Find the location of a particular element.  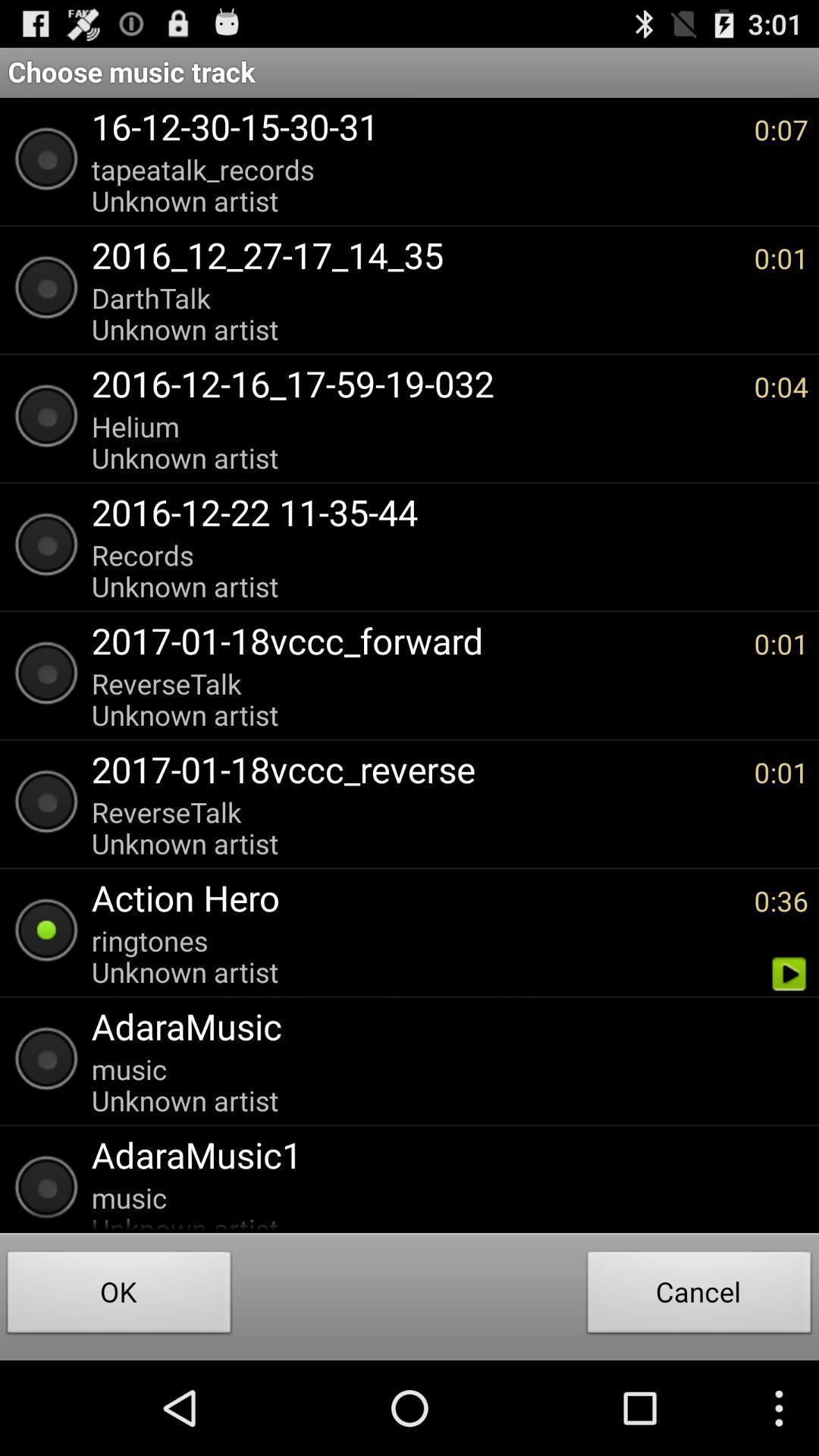

button to the left of cancel is located at coordinates (118, 1295).